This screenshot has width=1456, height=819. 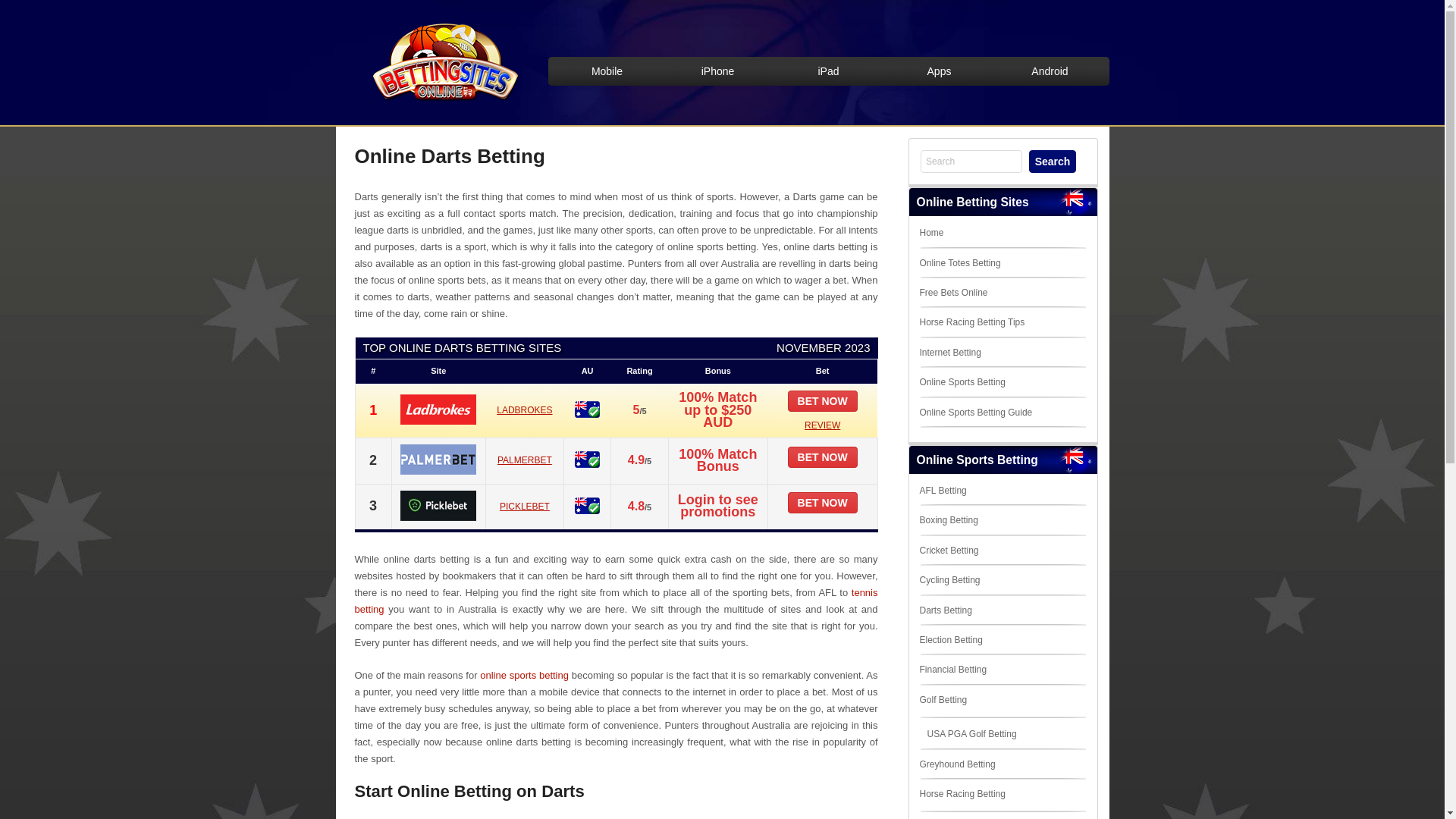 What do you see at coordinates (971, 733) in the screenshot?
I see `'USA PGA Golf Betting'` at bounding box center [971, 733].